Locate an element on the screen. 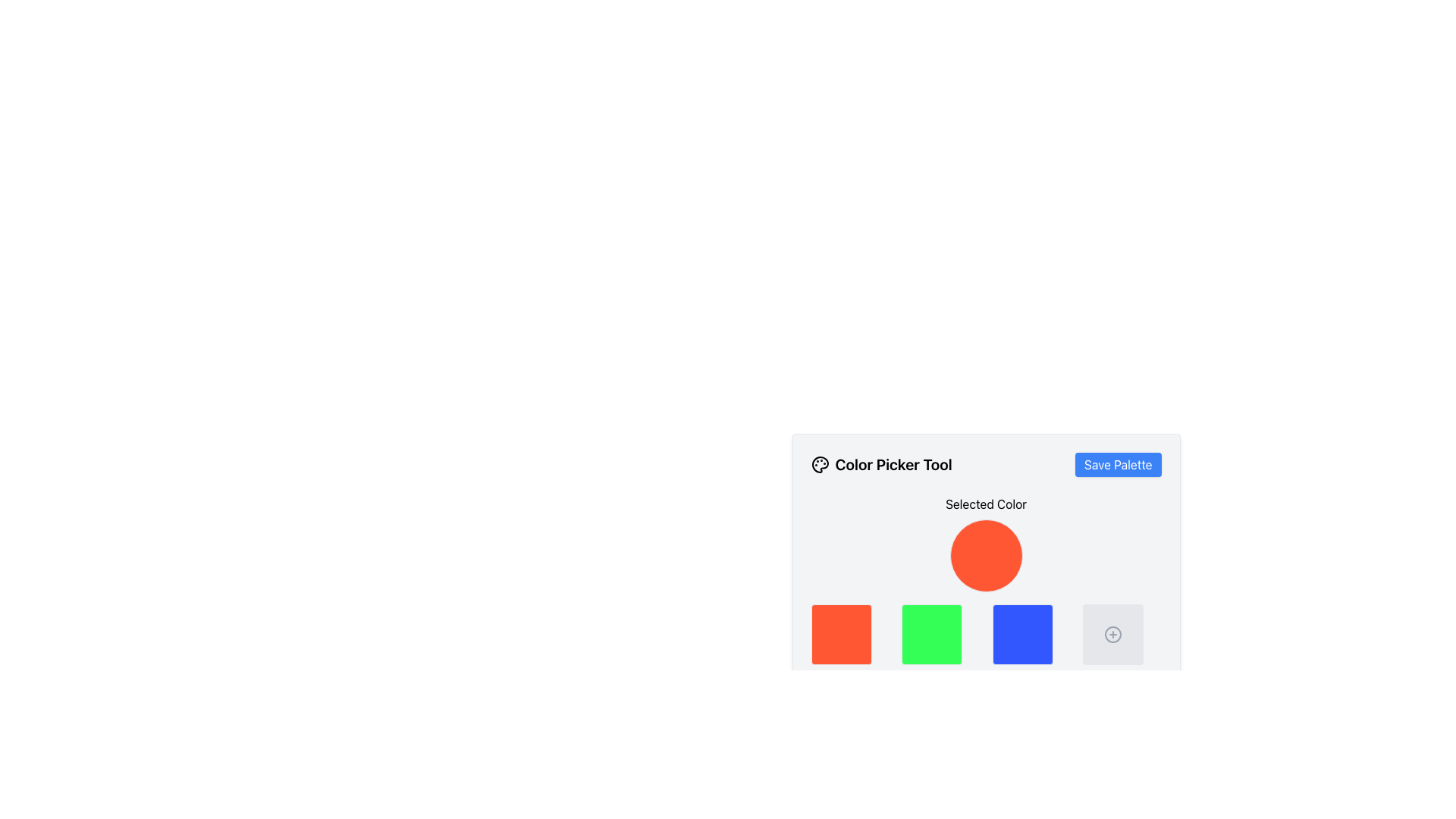 This screenshot has height=819, width=1456. the Icon (Circle with Plus) located at the bottom-right corner of the color palette interface is located at coordinates (1113, 635).